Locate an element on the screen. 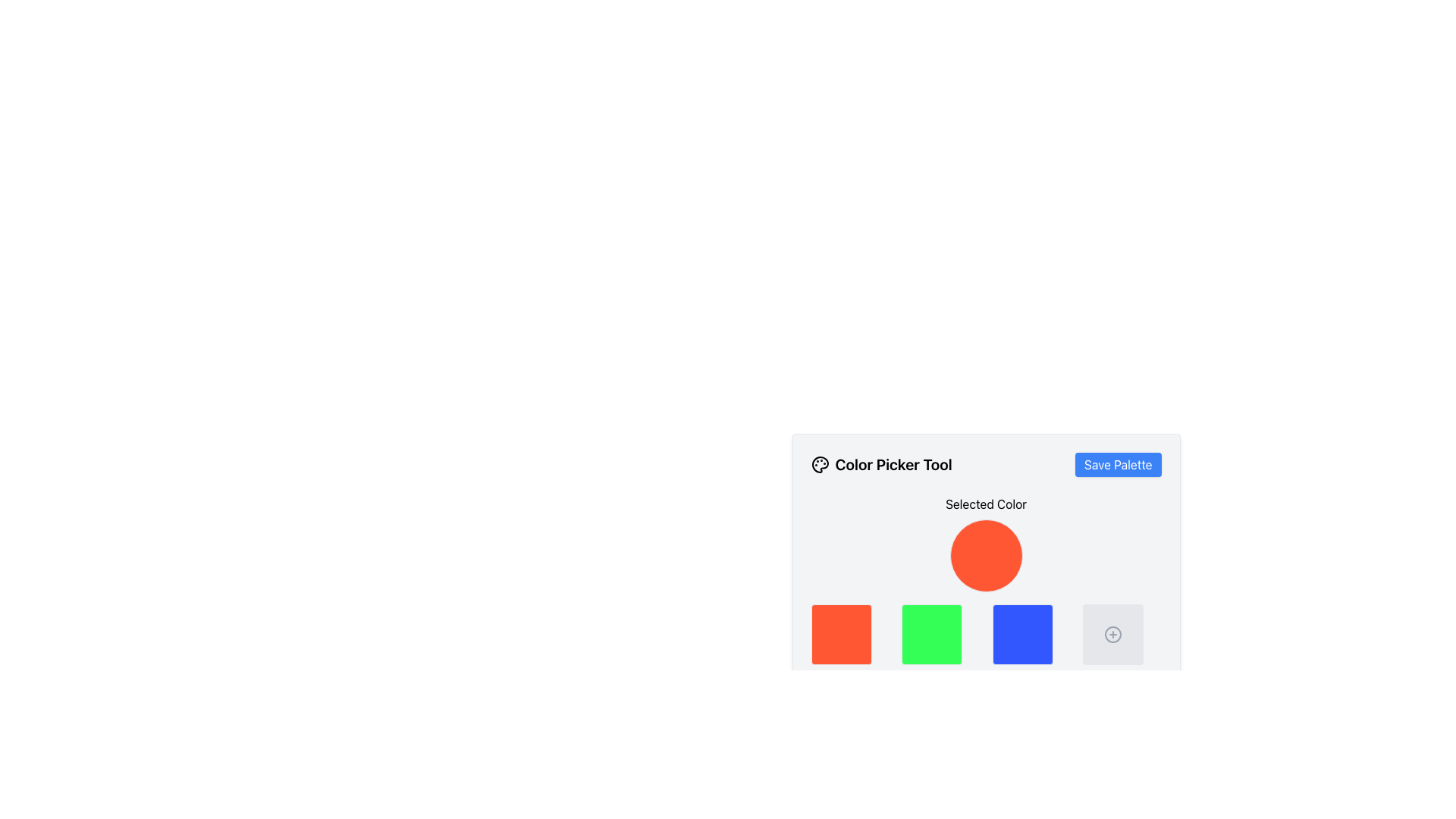 This screenshot has height=819, width=1456. the Icon (Circle with Plus) located at the bottom-right corner of the color palette interface is located at coordinates (1113, 635).